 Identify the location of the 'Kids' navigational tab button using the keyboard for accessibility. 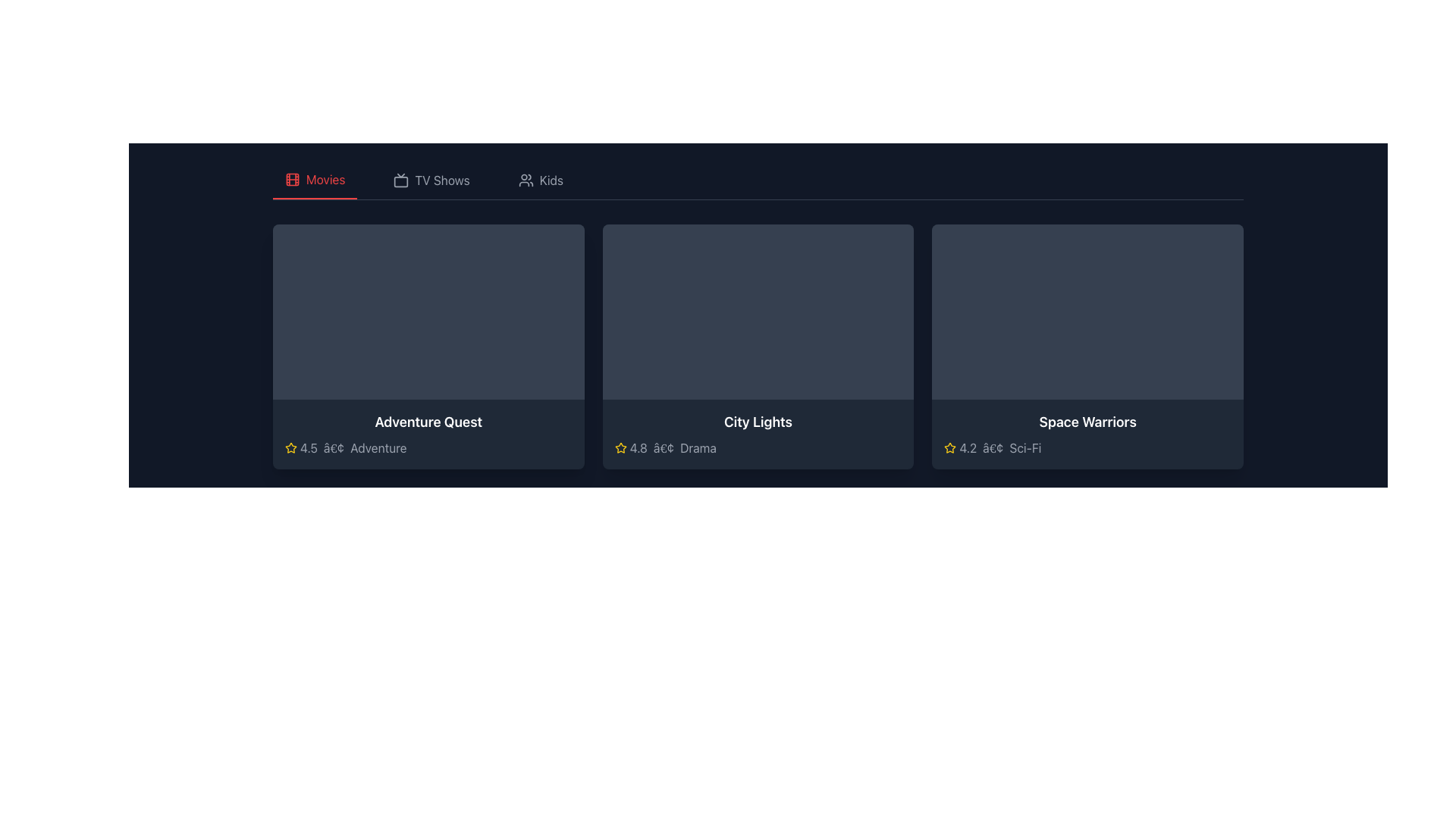
(541, 180).